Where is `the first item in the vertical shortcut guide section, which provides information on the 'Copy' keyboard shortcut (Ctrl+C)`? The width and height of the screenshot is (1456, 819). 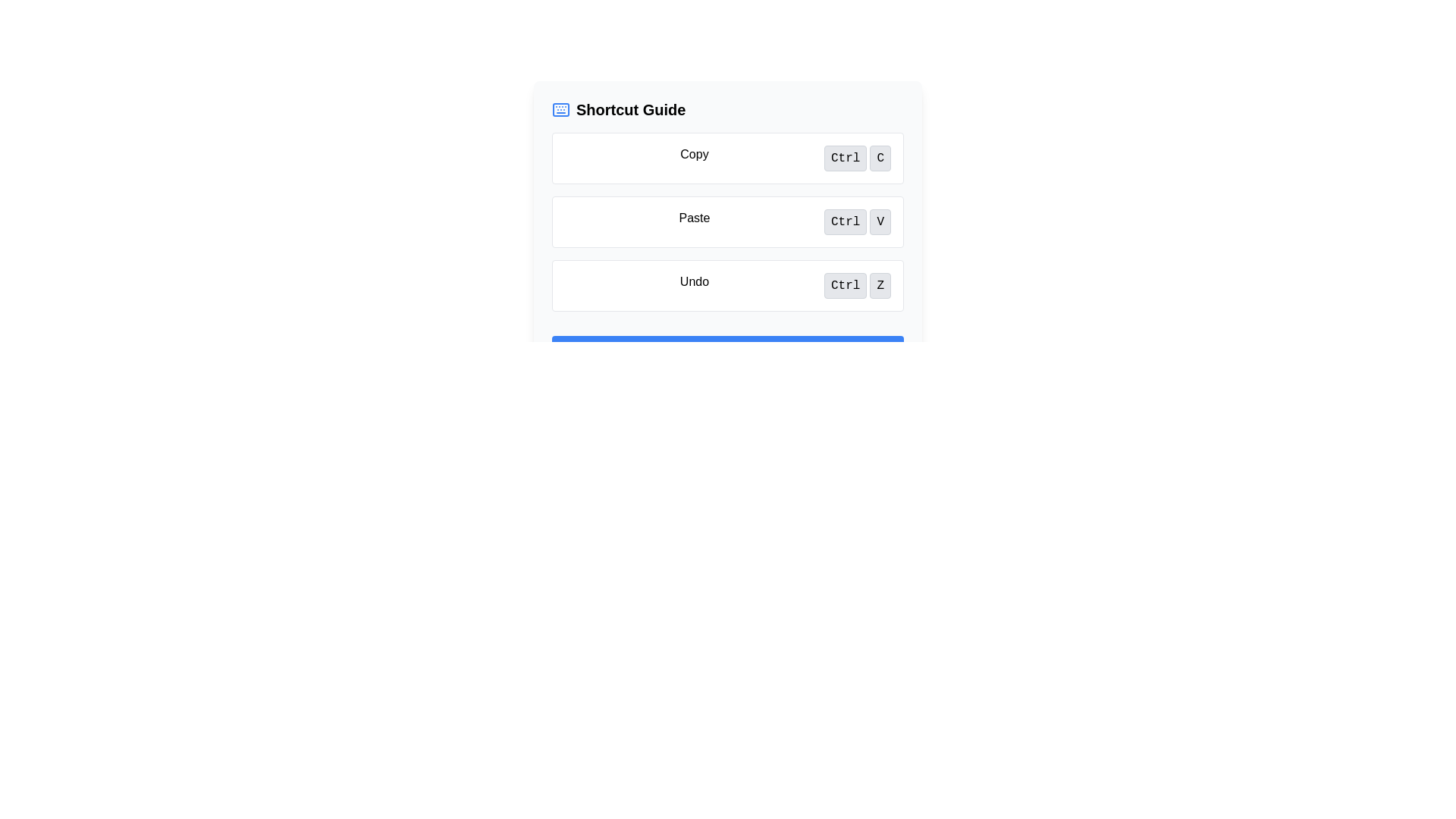
the first item in the vertical shortcut guide section, which provides information on the 'Copy' keyboard shortcut (Ctrl+C) is located at coordinates (728, 158).